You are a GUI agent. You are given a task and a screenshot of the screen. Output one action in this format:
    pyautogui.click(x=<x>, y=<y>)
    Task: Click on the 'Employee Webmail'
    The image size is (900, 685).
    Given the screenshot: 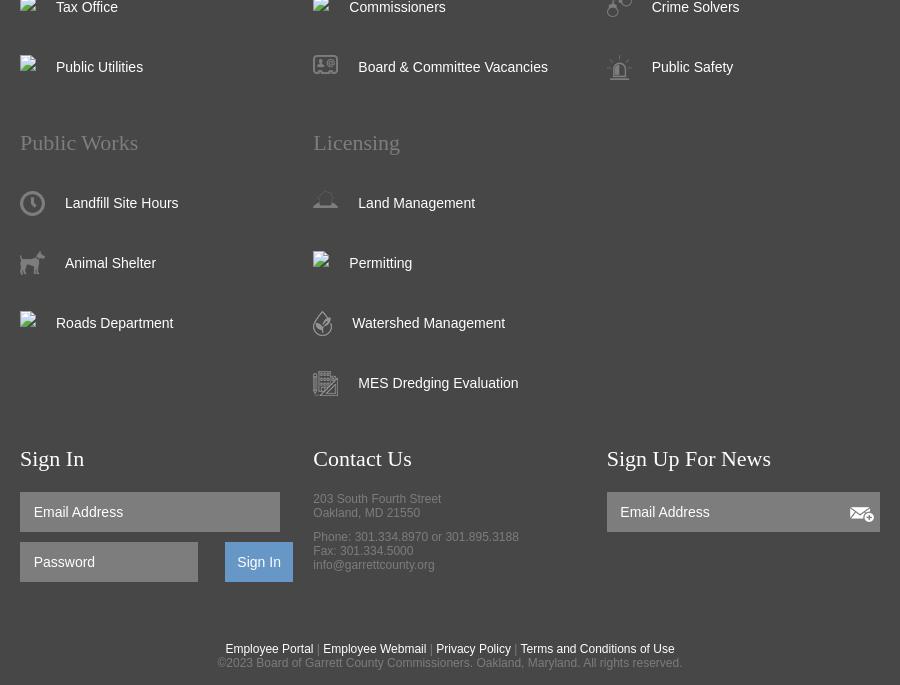 What is the action you would take?
    pyautogui.click(x=374, y=647)
    